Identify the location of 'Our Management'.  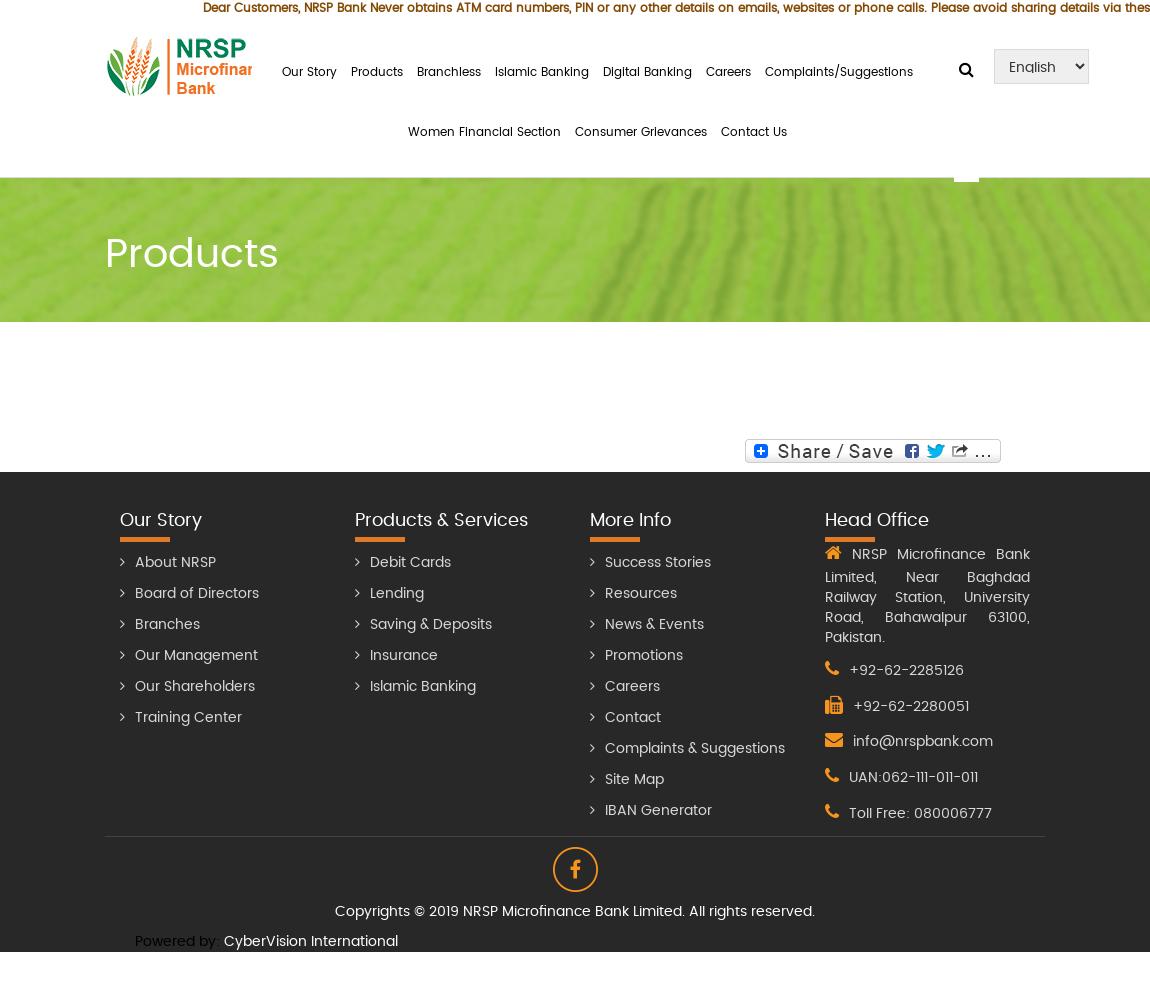
(195, 655).